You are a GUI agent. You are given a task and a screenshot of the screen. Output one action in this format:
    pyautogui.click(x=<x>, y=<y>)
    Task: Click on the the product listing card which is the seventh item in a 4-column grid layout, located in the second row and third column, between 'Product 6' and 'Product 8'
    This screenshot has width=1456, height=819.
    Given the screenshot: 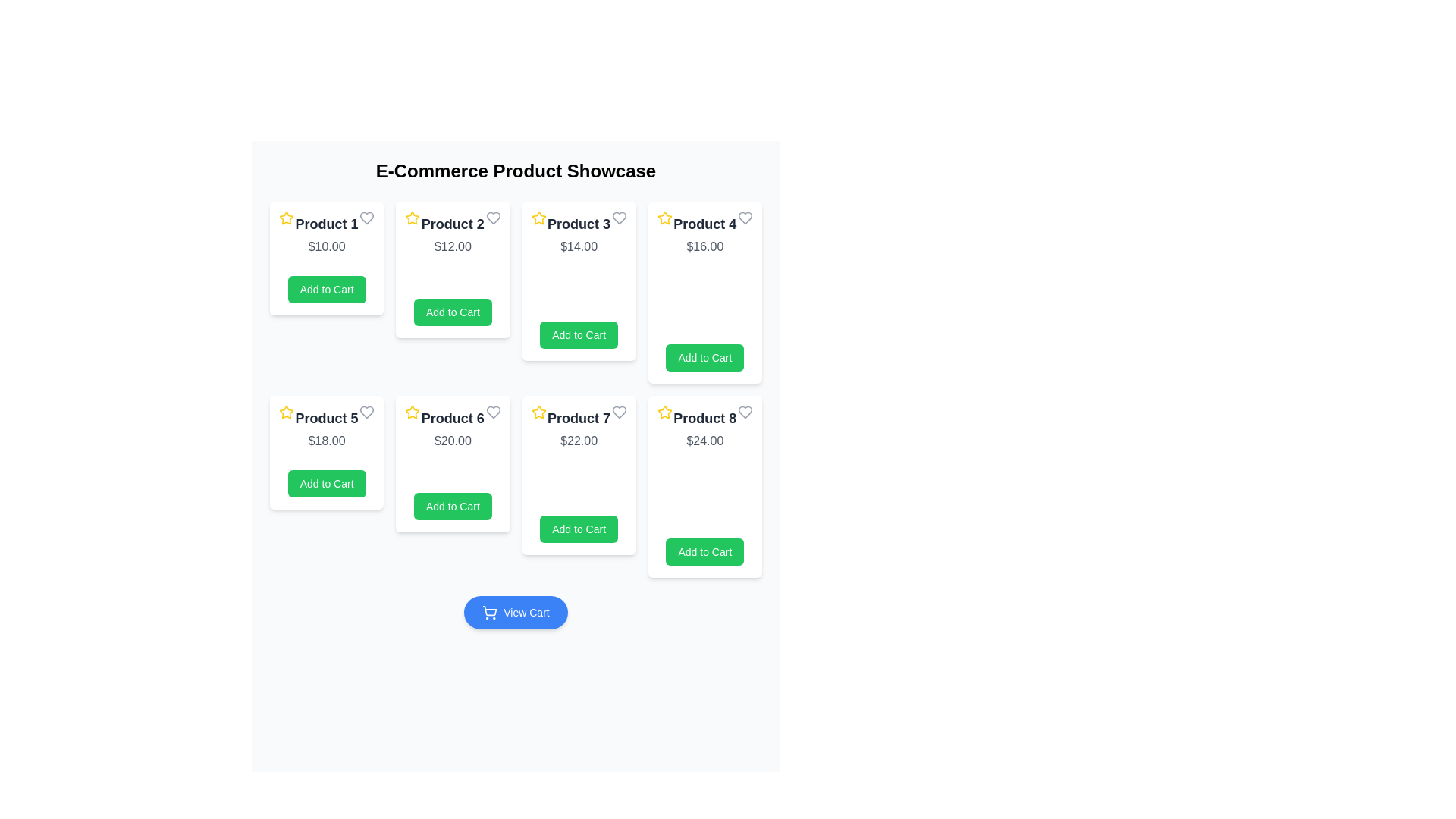 What is the action you would take?
    pyautogui.click(x=578, y=475)
    